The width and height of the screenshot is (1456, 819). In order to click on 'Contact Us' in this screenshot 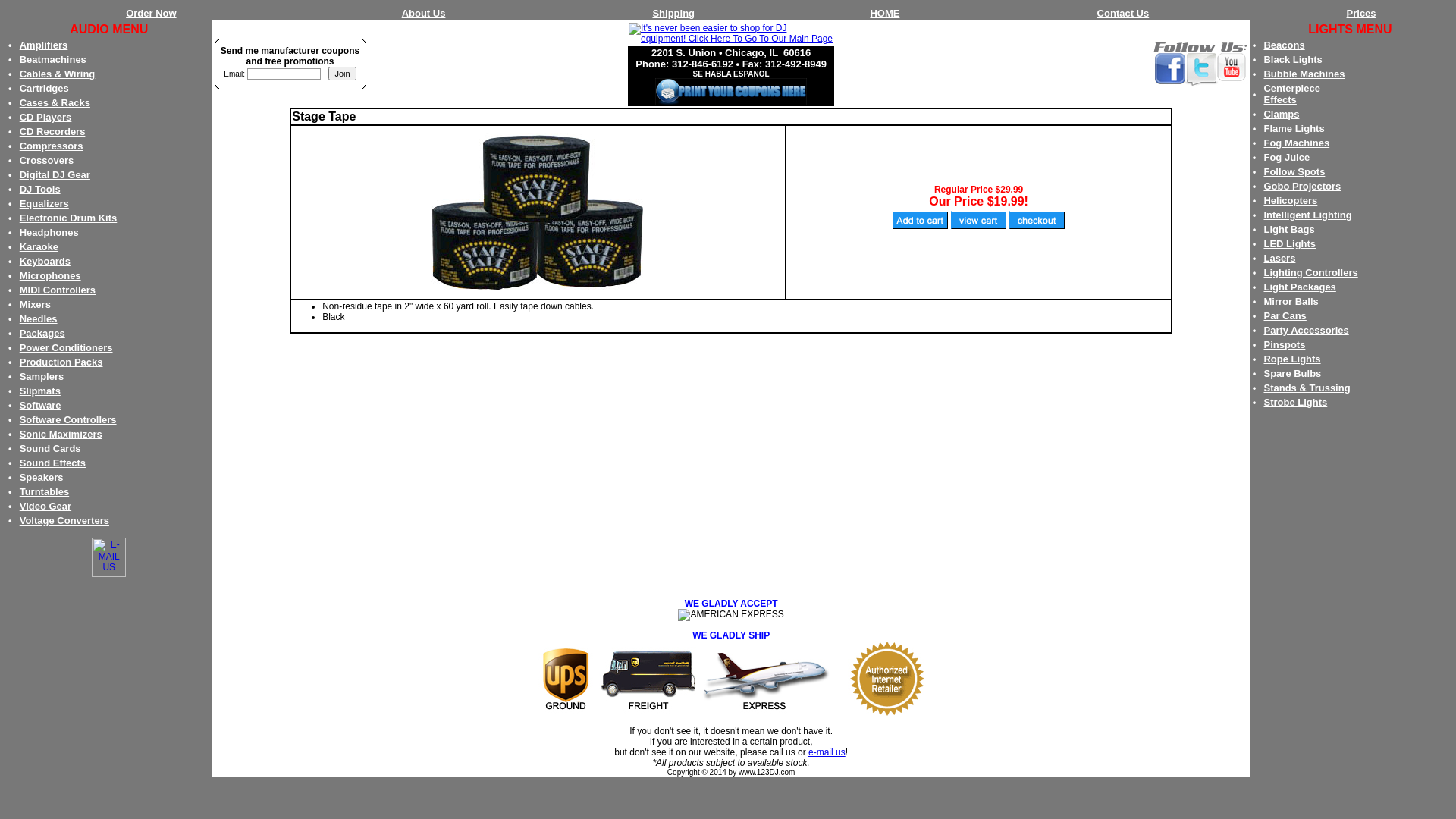, I will do `click(1123, 13)`.